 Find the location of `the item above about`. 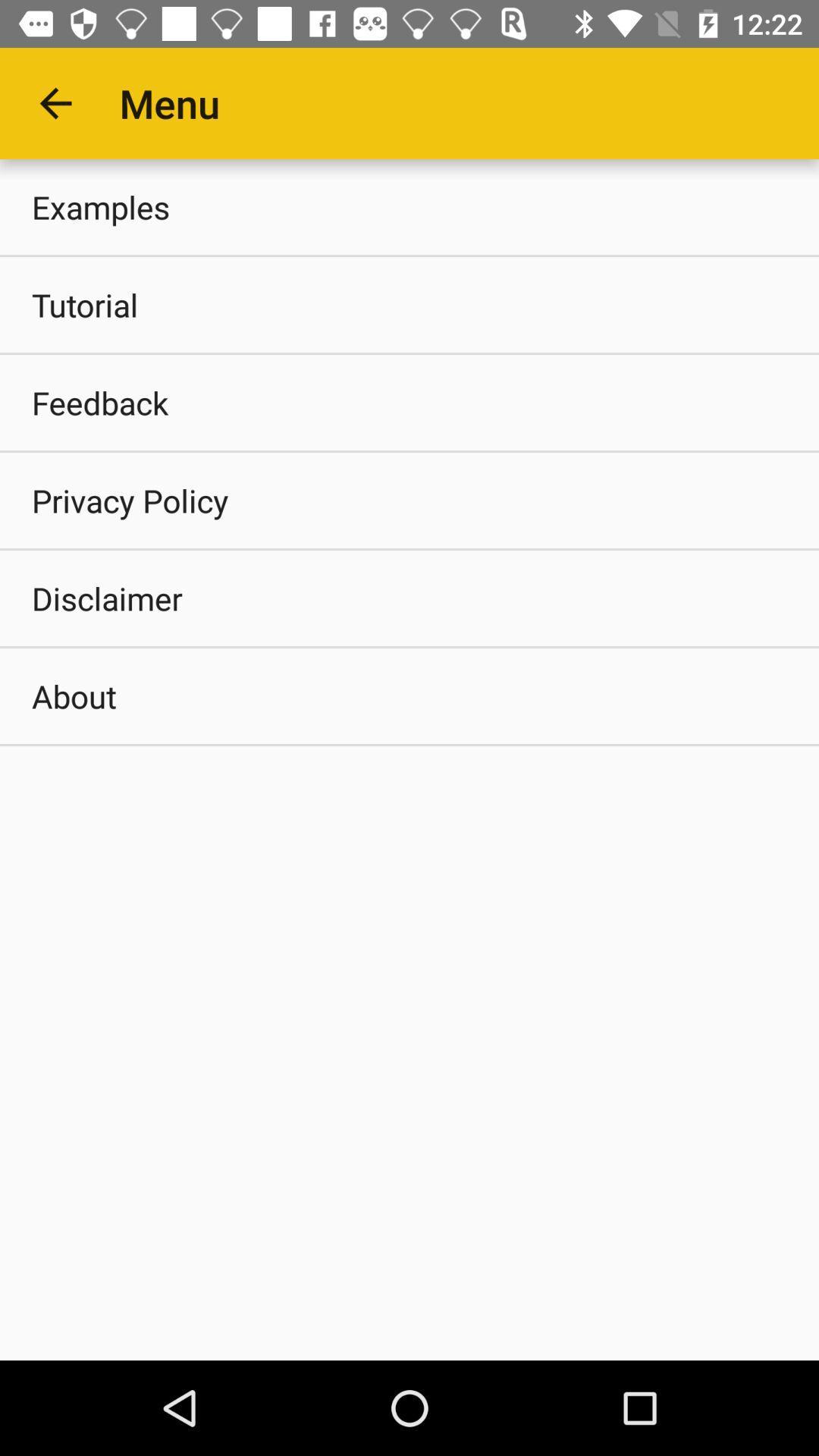

the item above about is located at coordinates (409, 597).